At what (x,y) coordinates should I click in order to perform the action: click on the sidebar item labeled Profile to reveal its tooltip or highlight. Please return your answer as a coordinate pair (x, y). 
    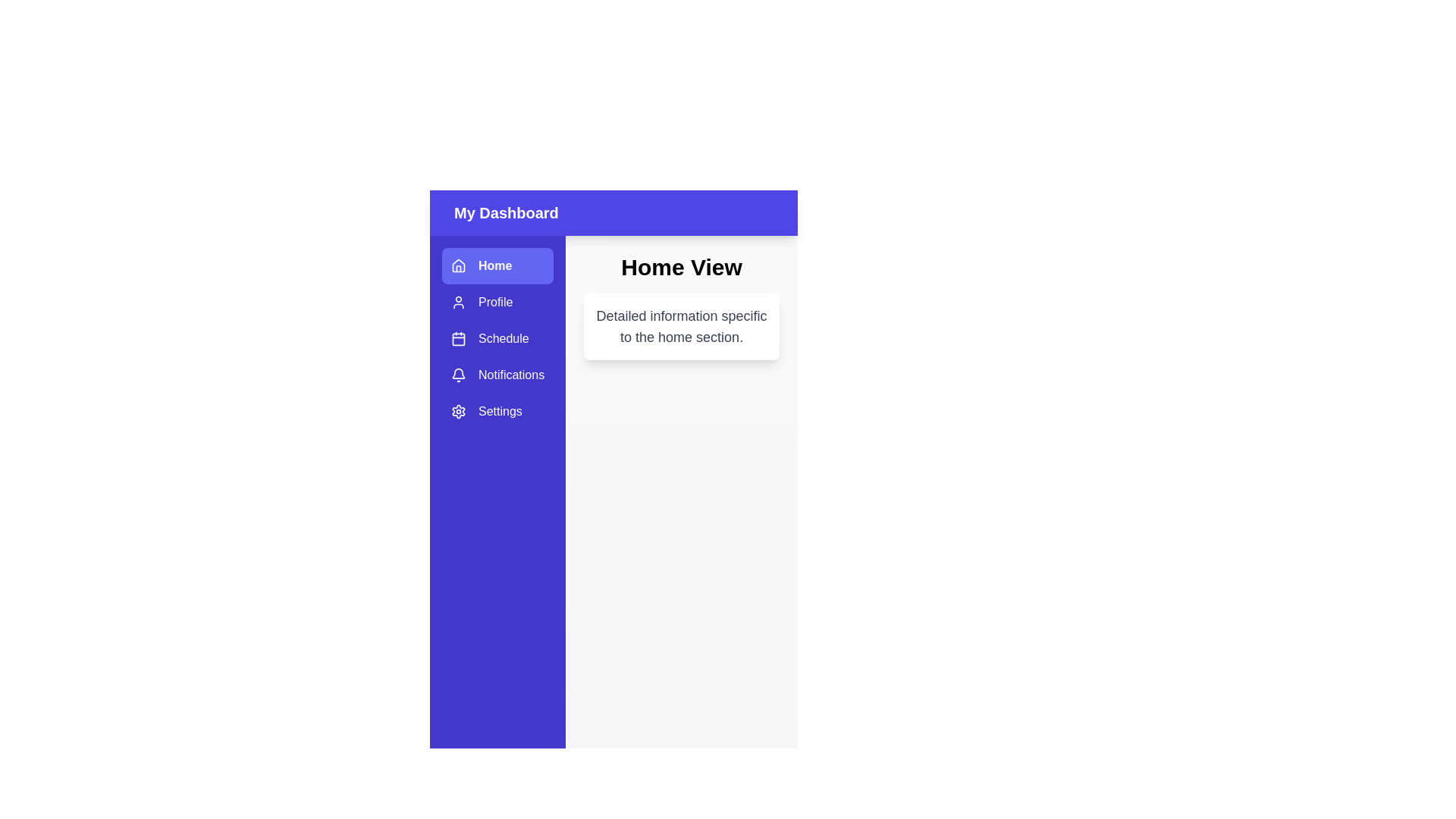
    Looking at the image, I should click on (497, 302).